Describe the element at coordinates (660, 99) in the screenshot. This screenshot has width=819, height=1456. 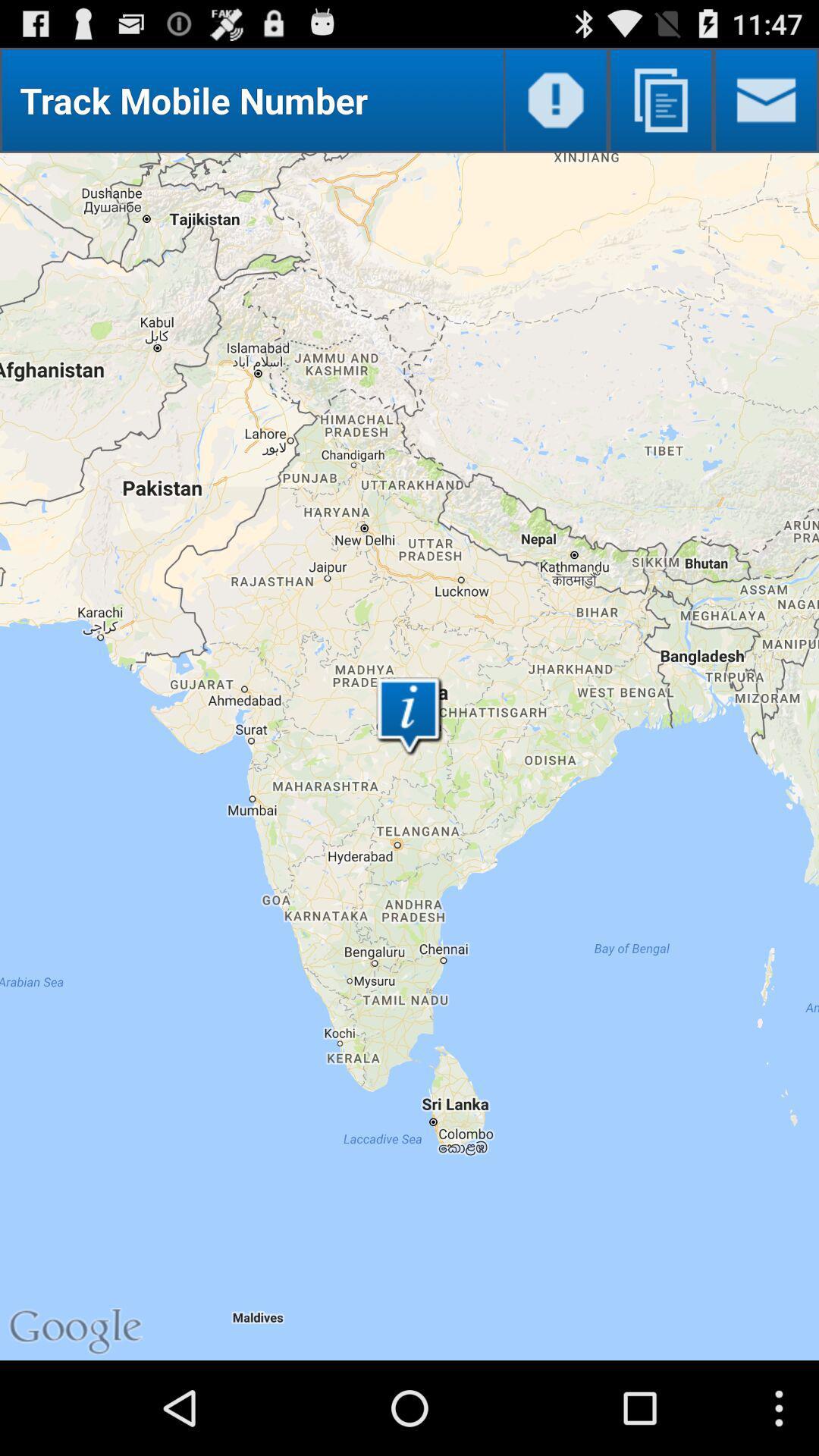
I see `copy` at that location.